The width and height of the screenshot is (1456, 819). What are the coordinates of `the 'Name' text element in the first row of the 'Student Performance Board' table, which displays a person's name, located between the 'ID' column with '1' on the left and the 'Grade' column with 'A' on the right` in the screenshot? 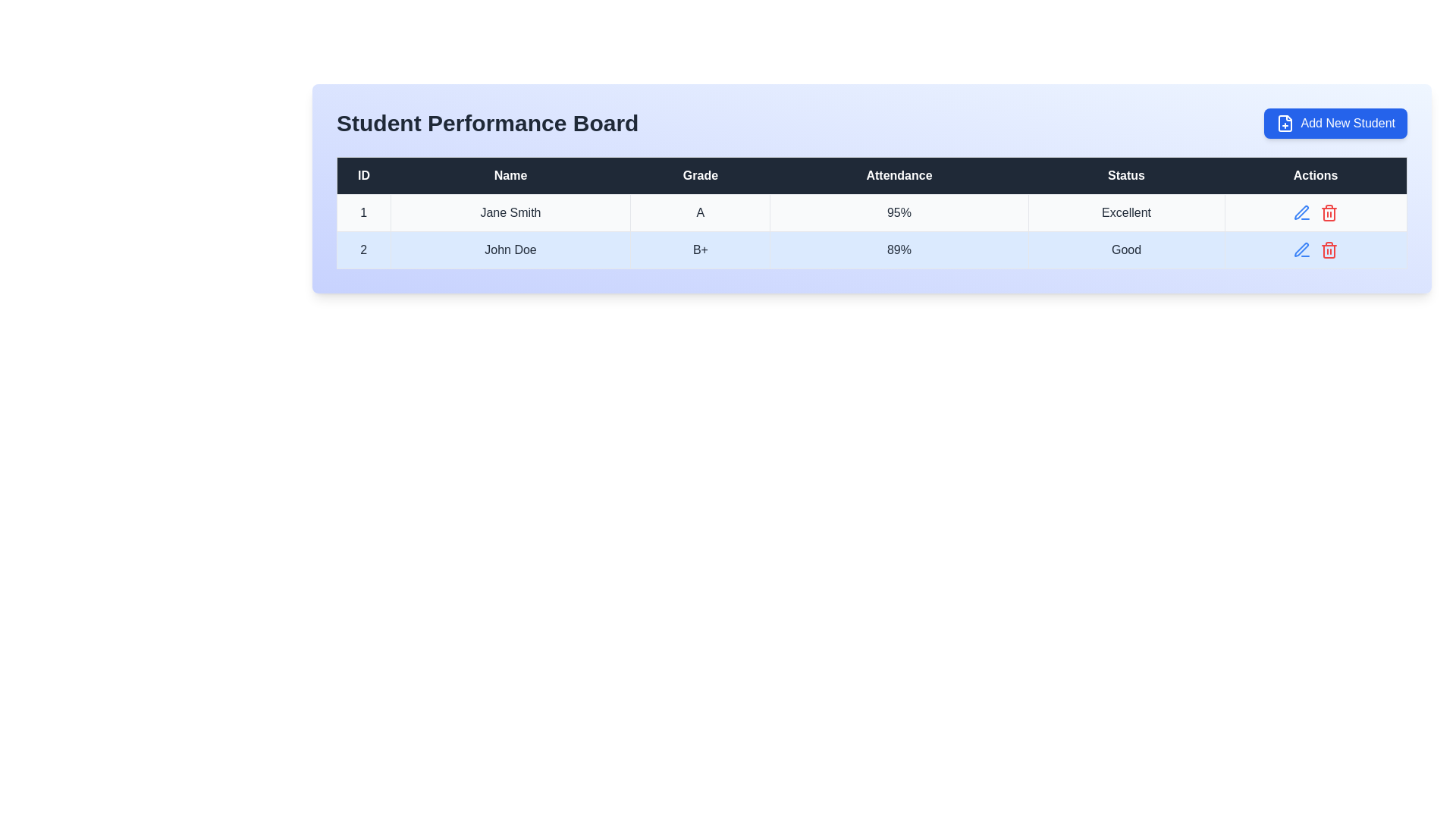 It's located at (510, 213).